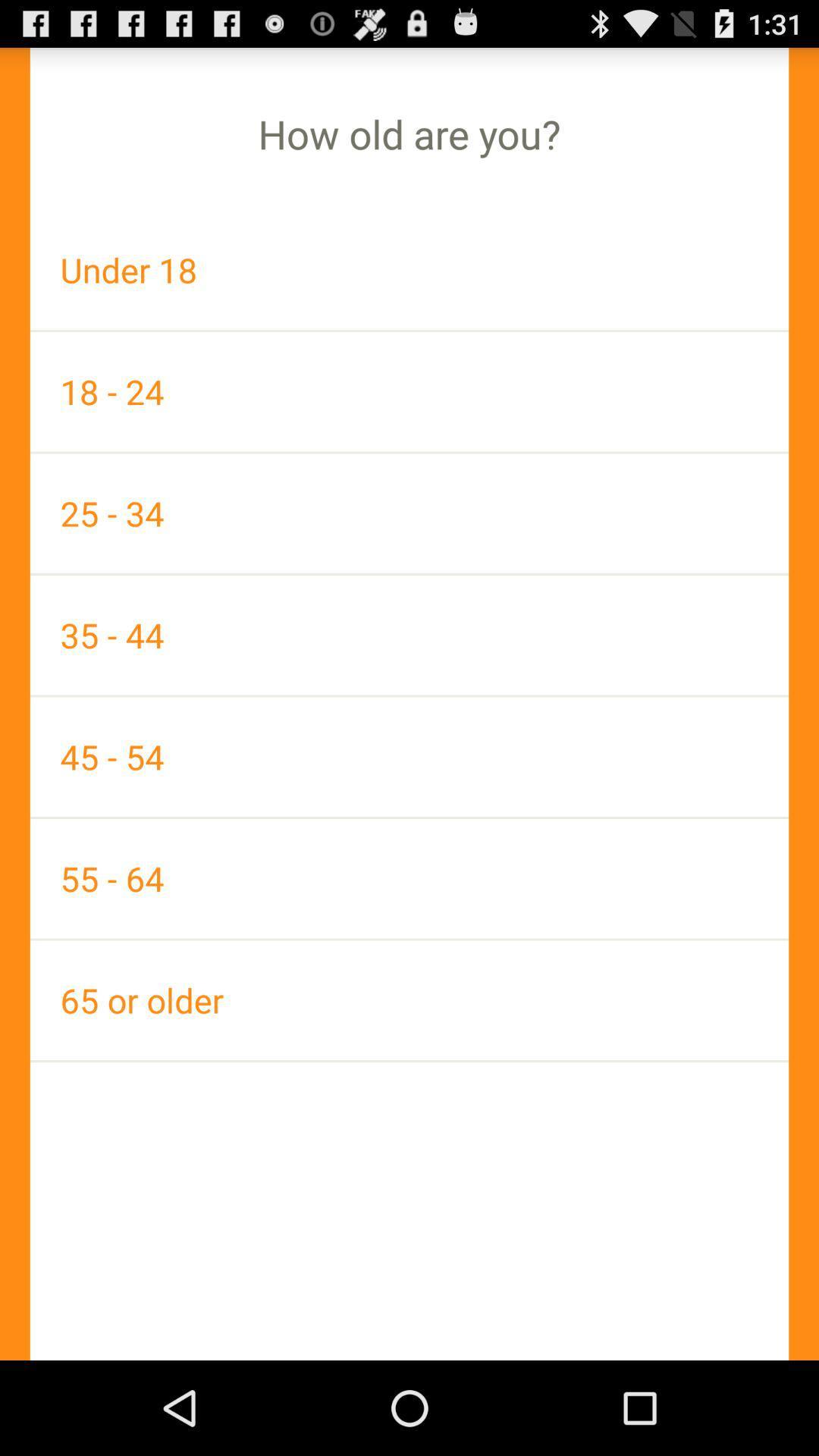 This screenshot has width=819, height=1456. What do you see at coordinates (409, 878) in the screenshot?
I see `the icon above 65 or older item` at bounding box center [409, 878].